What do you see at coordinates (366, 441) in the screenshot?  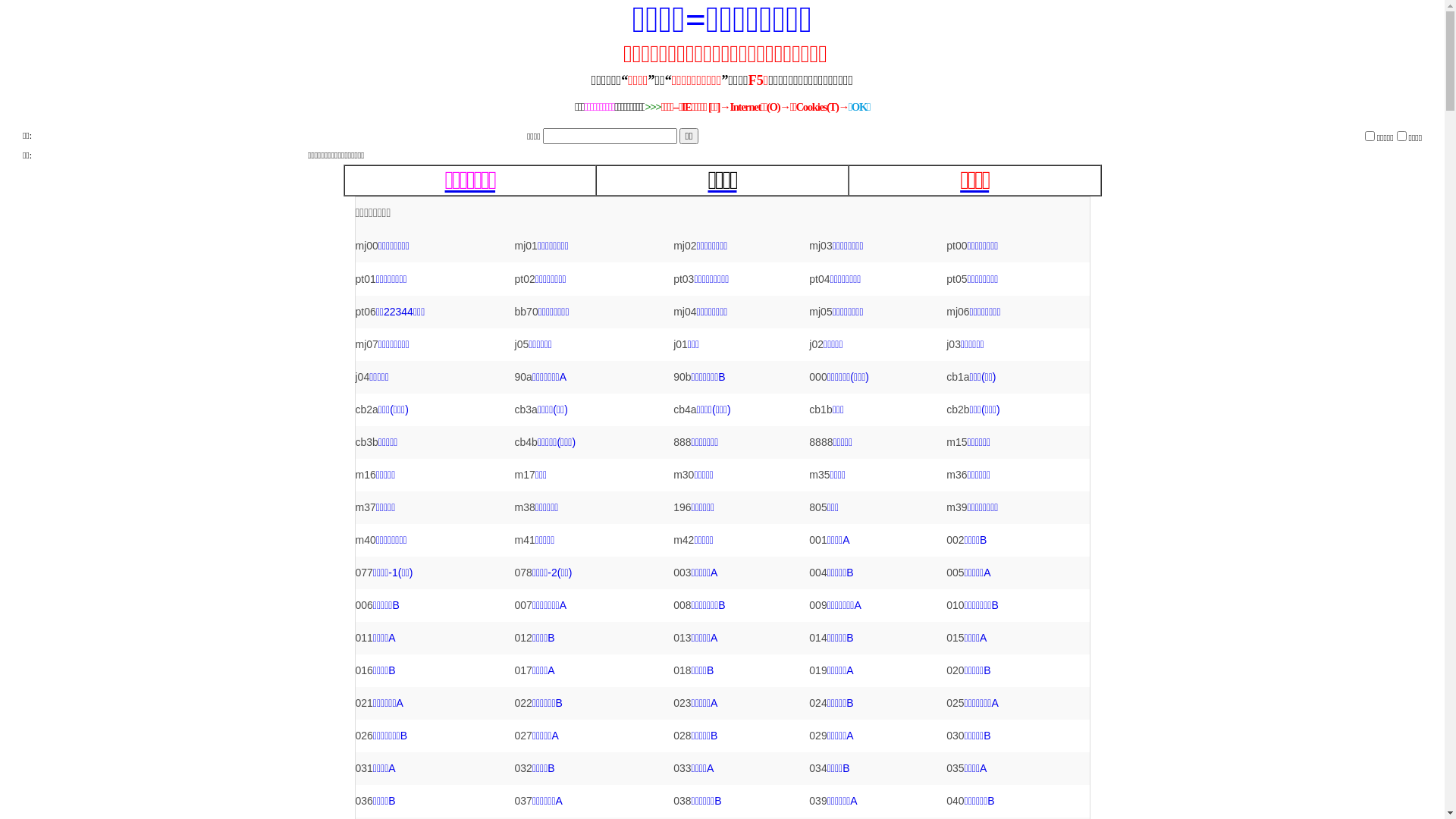 I see `'cb3b'` at bounding box center [366, 441].